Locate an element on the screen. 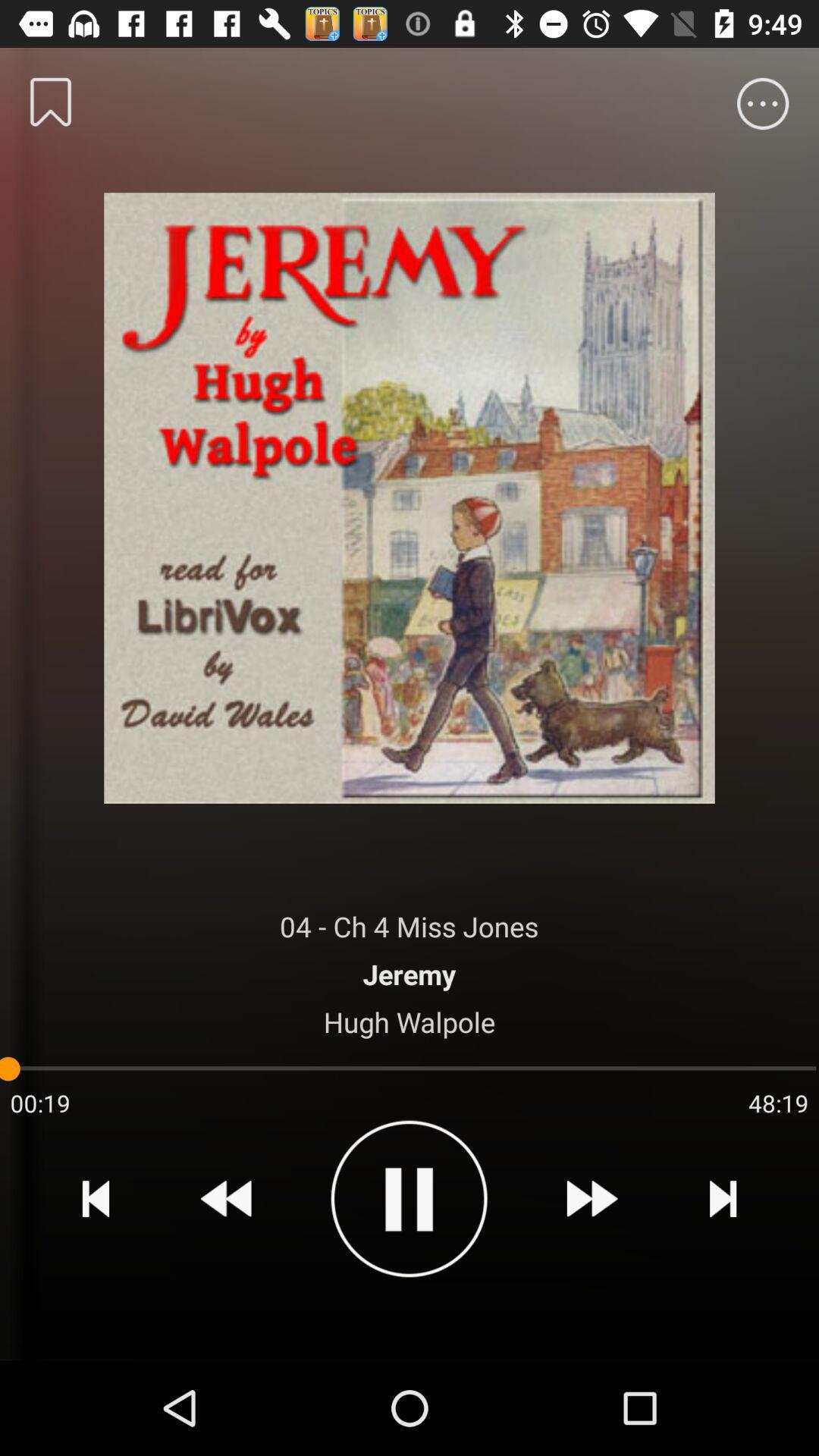 This screenshot has width=819, height=1456. the item below the 48:19 item is located at coordinates (722, 1197).